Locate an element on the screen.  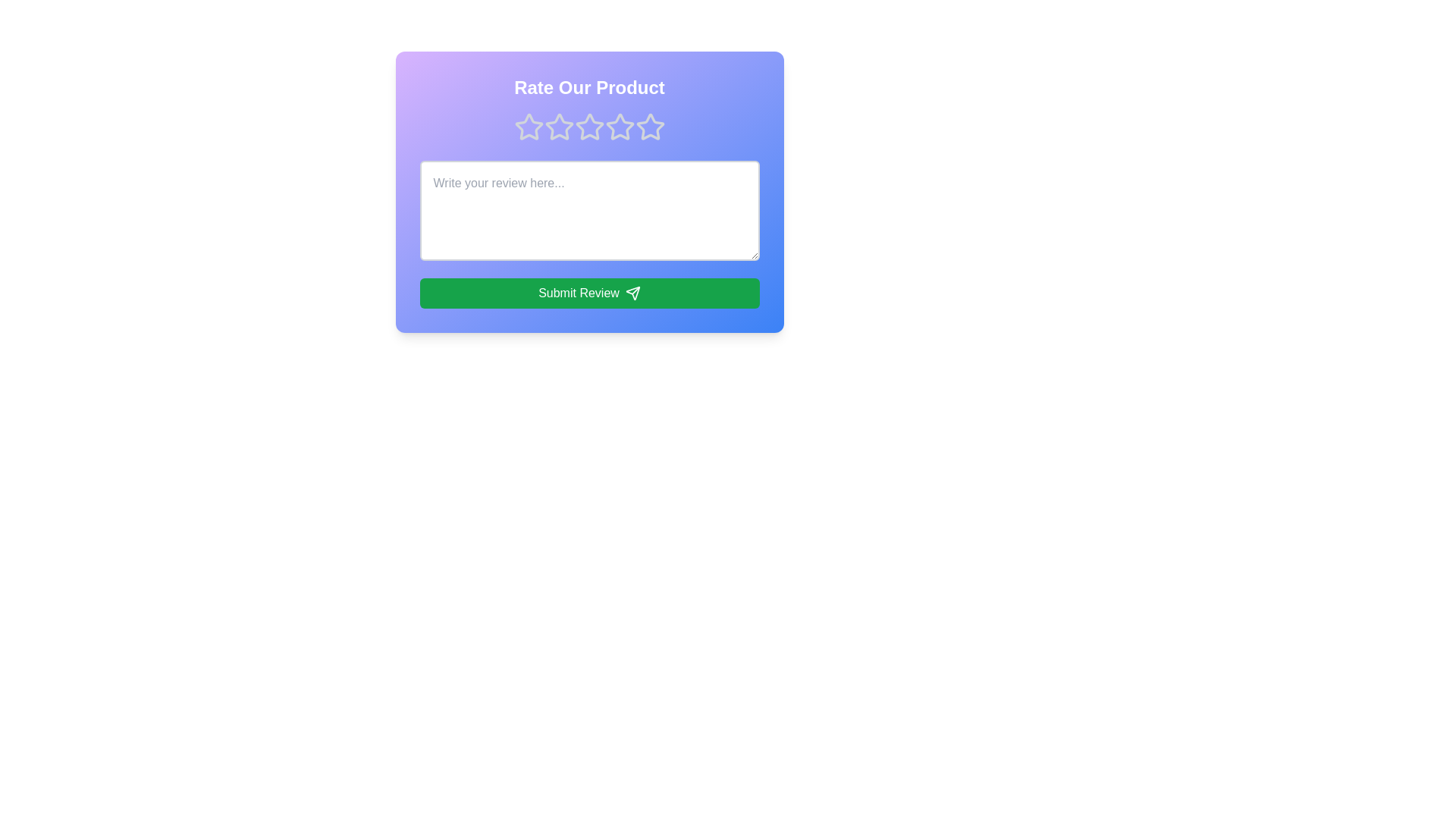
the first hollow star-shaped graphical icon with a light gray outline on a blue-to-violet gradient background is located at coordinates (529, 127).